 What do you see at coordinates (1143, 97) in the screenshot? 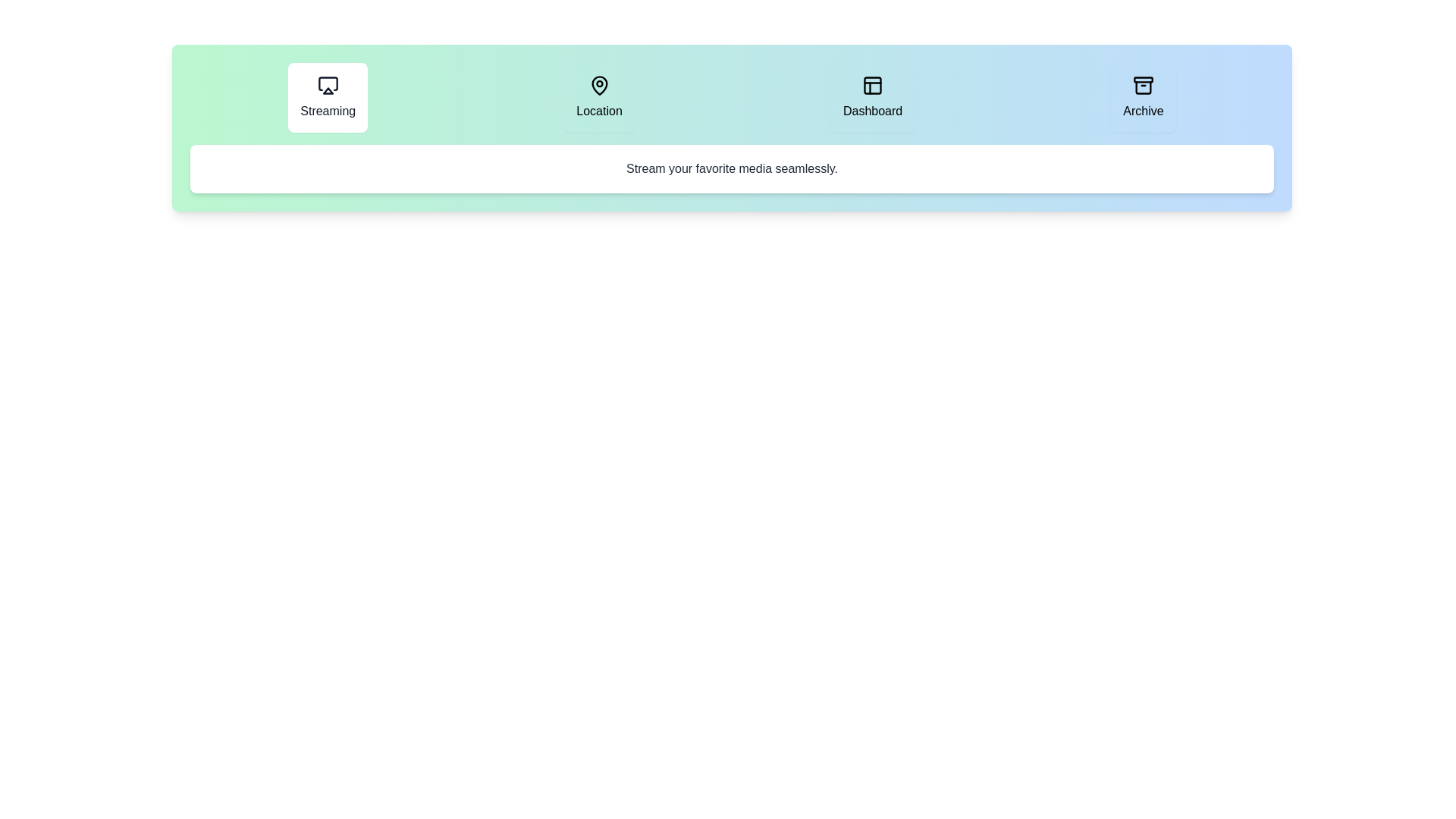
I see `the tab labeled Archive` at bounding box center [1143, 97].